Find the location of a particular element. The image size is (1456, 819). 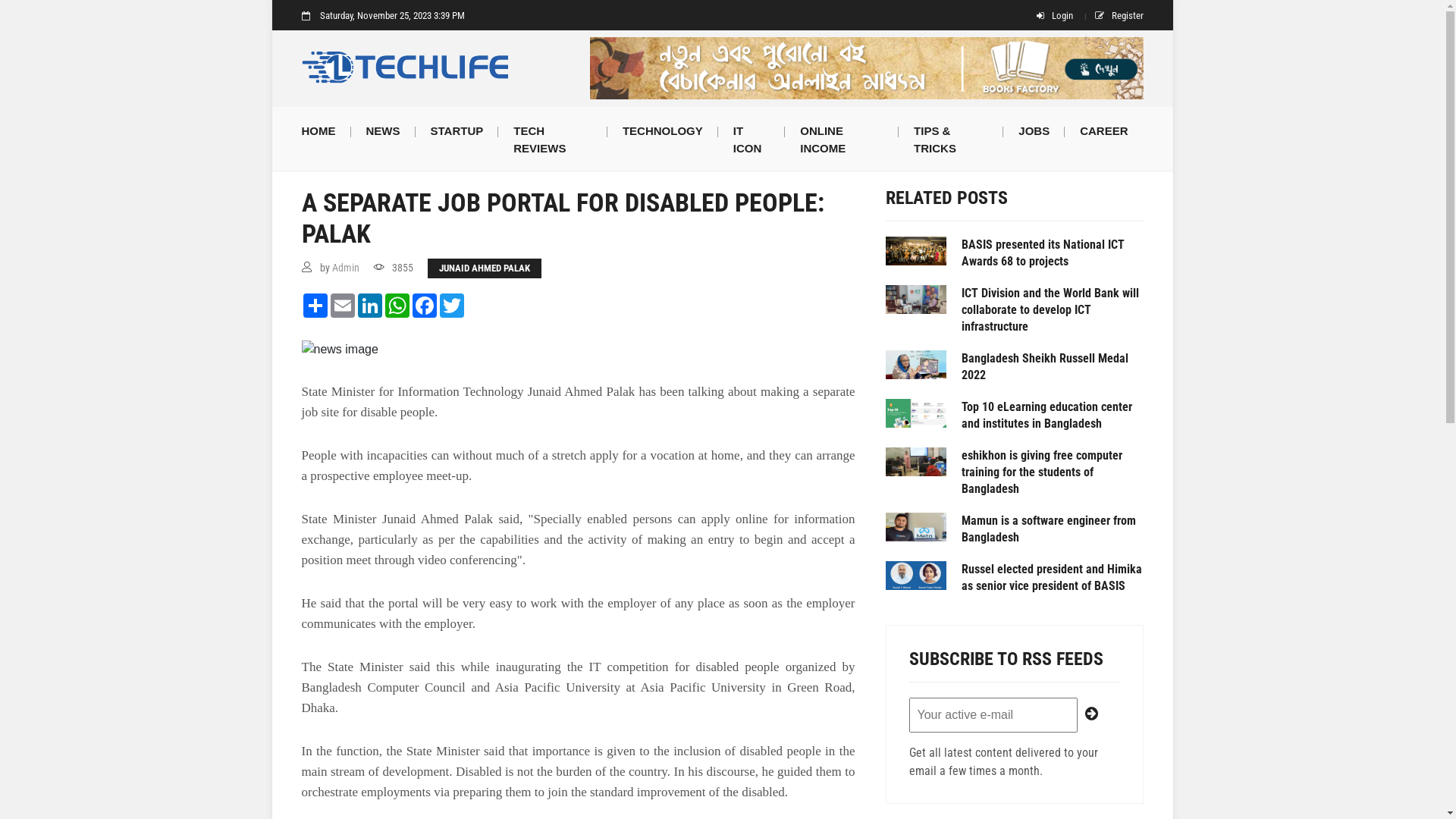

'Twitter' is located at coordinates (450, 305).